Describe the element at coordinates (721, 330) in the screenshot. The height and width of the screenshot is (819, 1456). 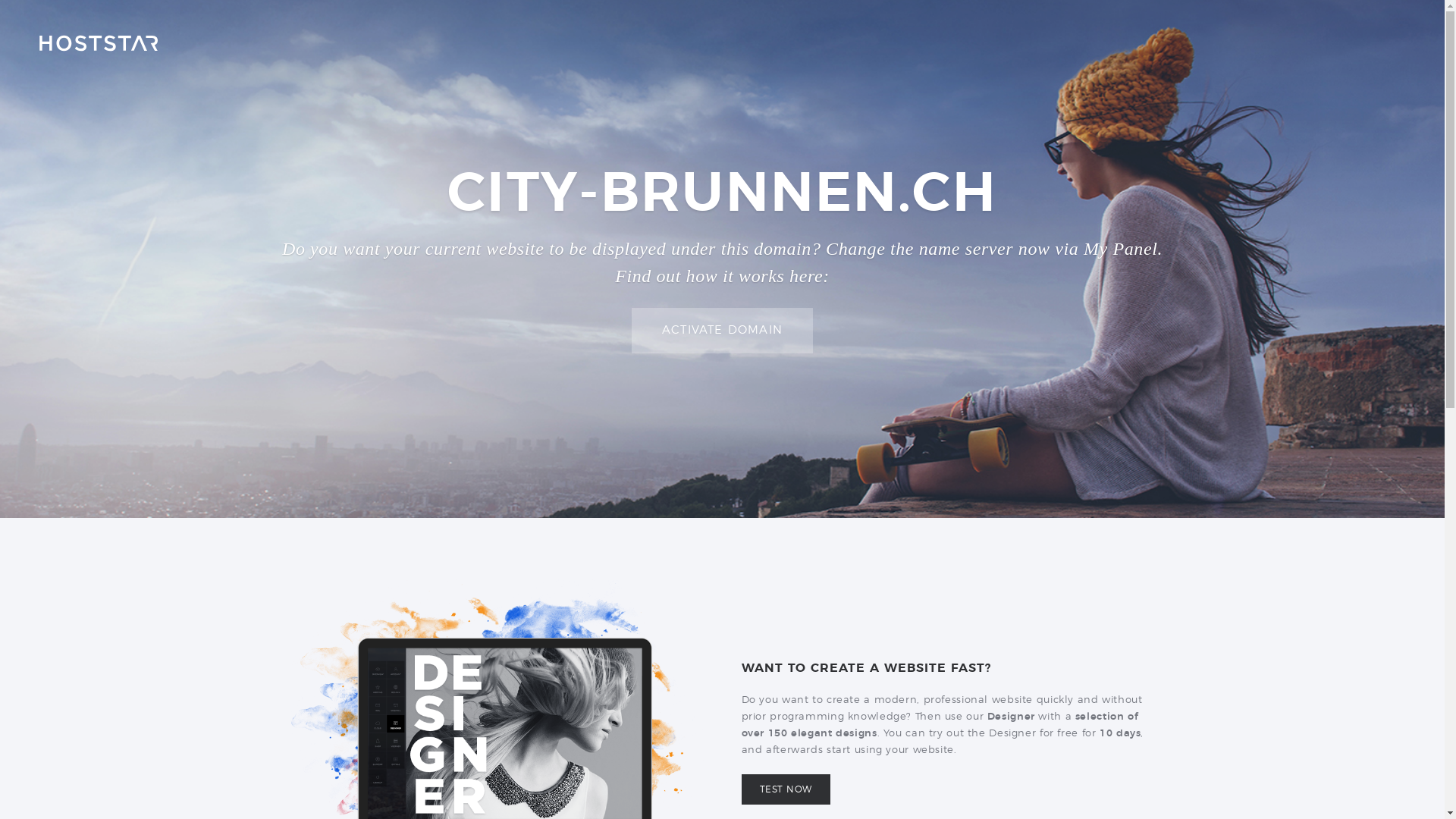
I see `'ACTIVATE DOMAIN'` at that location.